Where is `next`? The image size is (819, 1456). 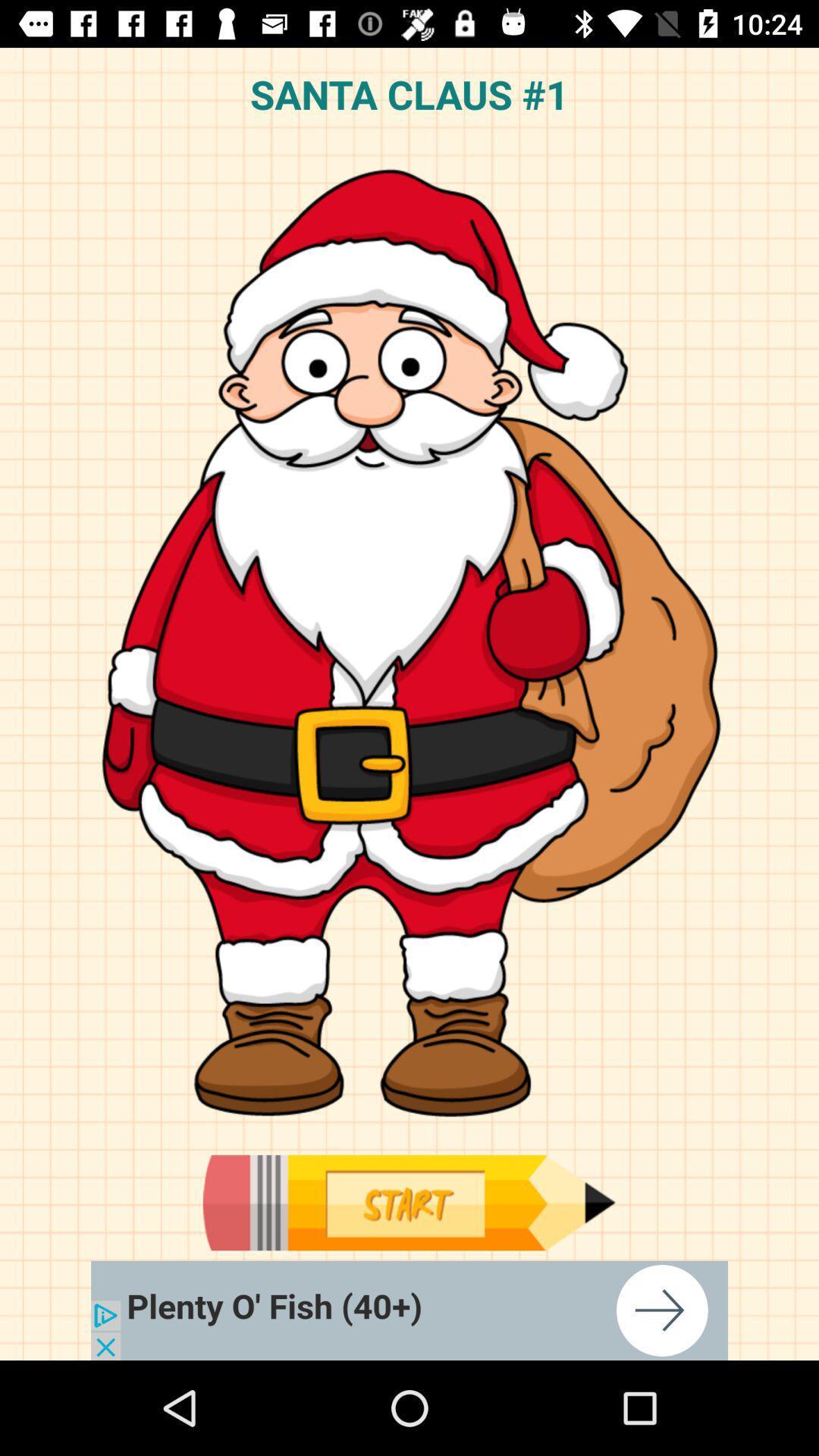 next is located at coordinates (409, 1310).